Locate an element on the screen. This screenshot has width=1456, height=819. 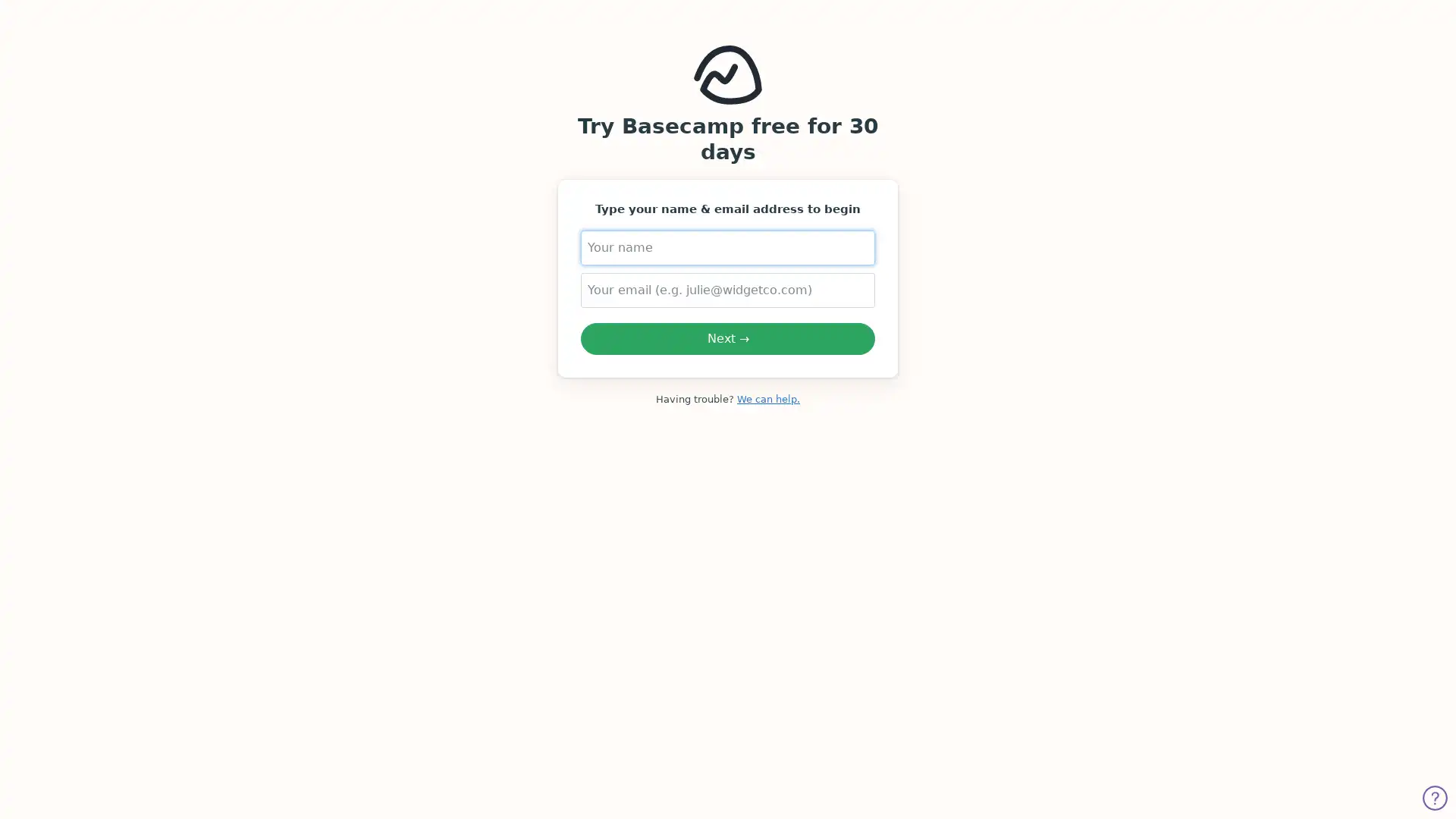
Next is located at coordinates (728, 337).